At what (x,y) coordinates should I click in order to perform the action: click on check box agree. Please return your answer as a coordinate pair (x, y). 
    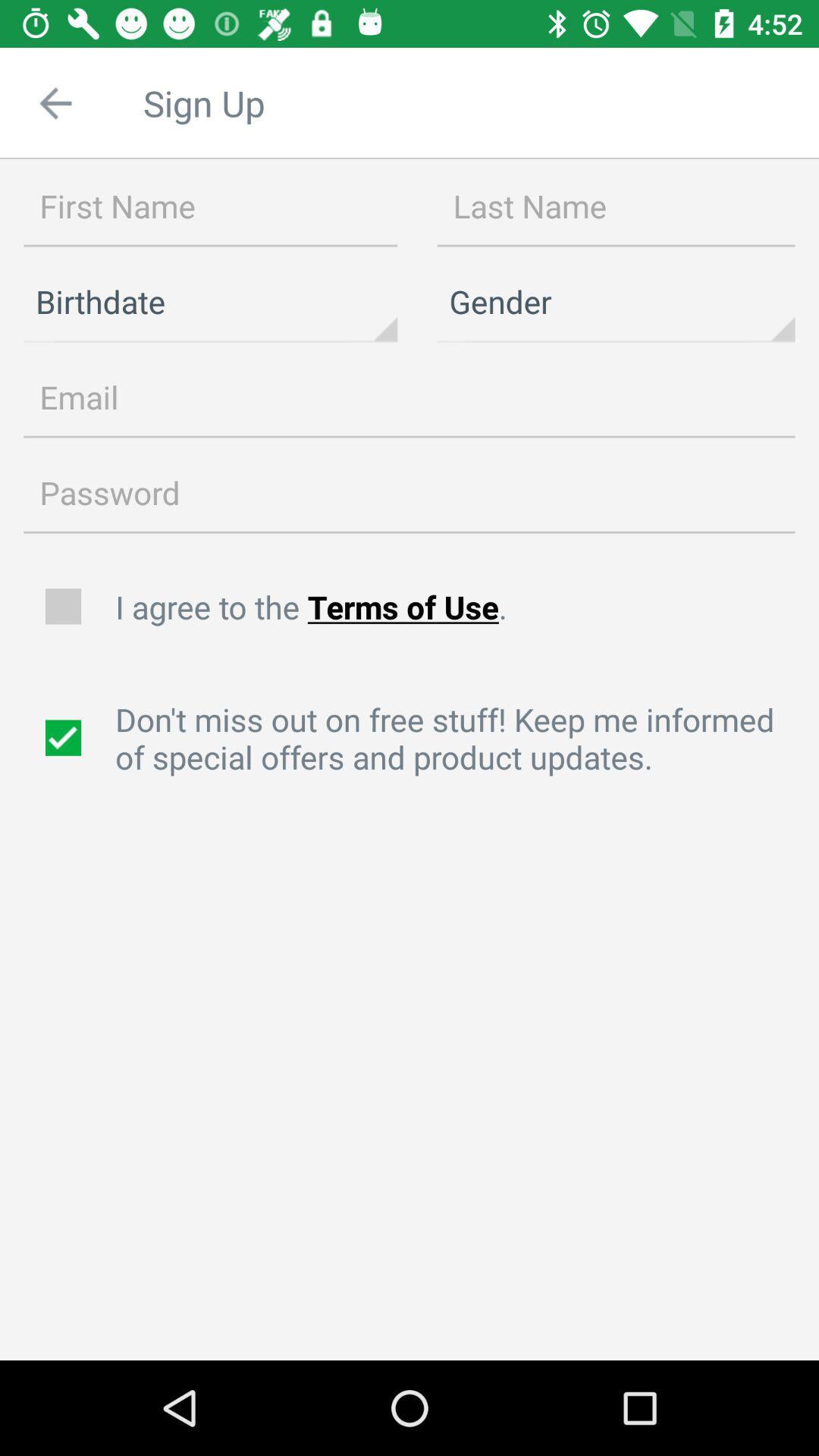
    Looking at the image, I should click on (64, 607).